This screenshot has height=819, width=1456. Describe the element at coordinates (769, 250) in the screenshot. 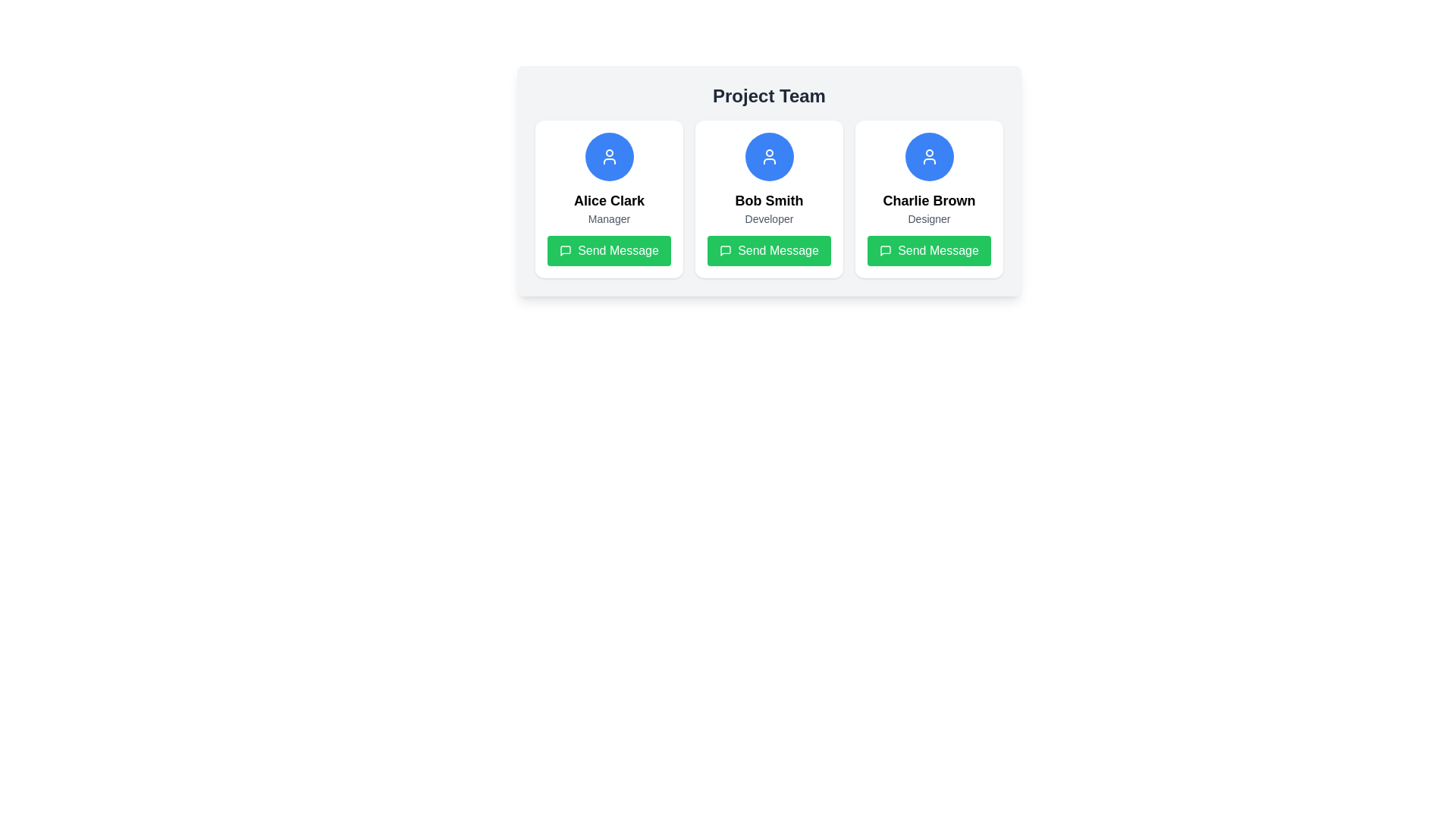

I see `the communication button located centrally within the second card under the profile of 'Bob Smith' in the Project Team section` at that location.